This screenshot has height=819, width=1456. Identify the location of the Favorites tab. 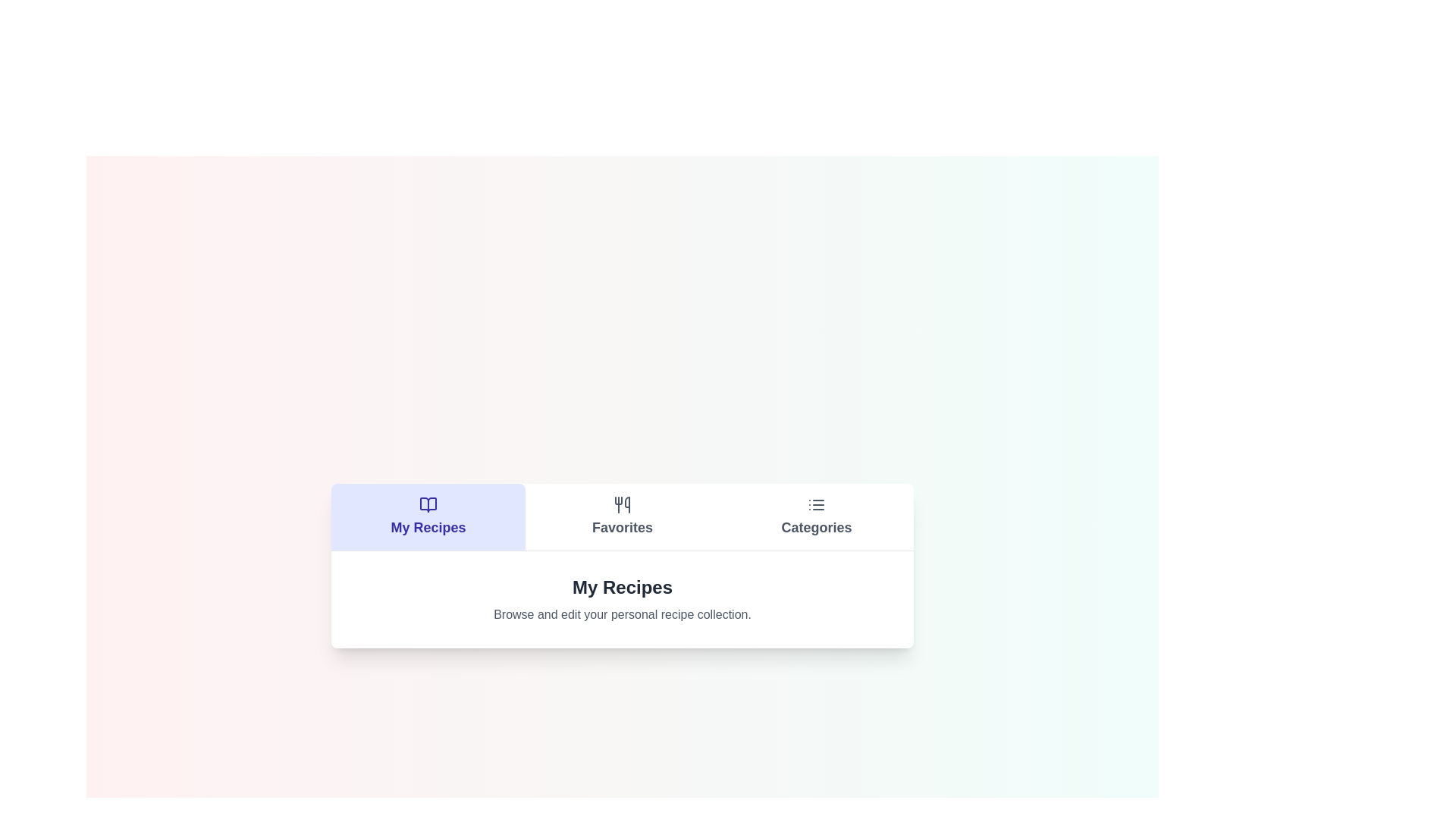
(622, 516).